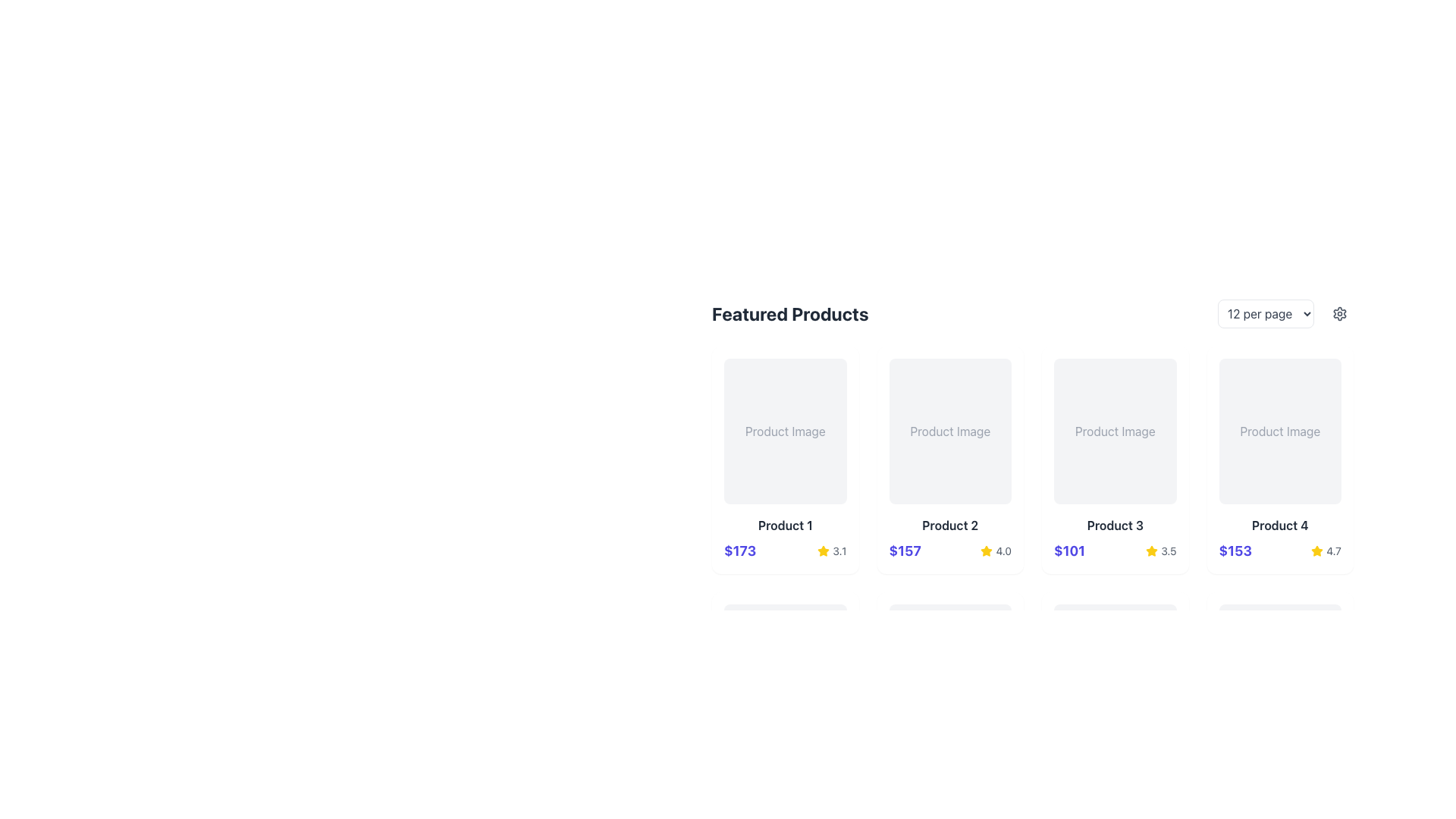  What do you see at coordinates (831, 551) in the screenshot?
I see `the rating display element, which features a yellow star icon and a numerical rating of '3.1', located in the first product card adjacent to the price tag '$173'` at bounding box center [831, 551].